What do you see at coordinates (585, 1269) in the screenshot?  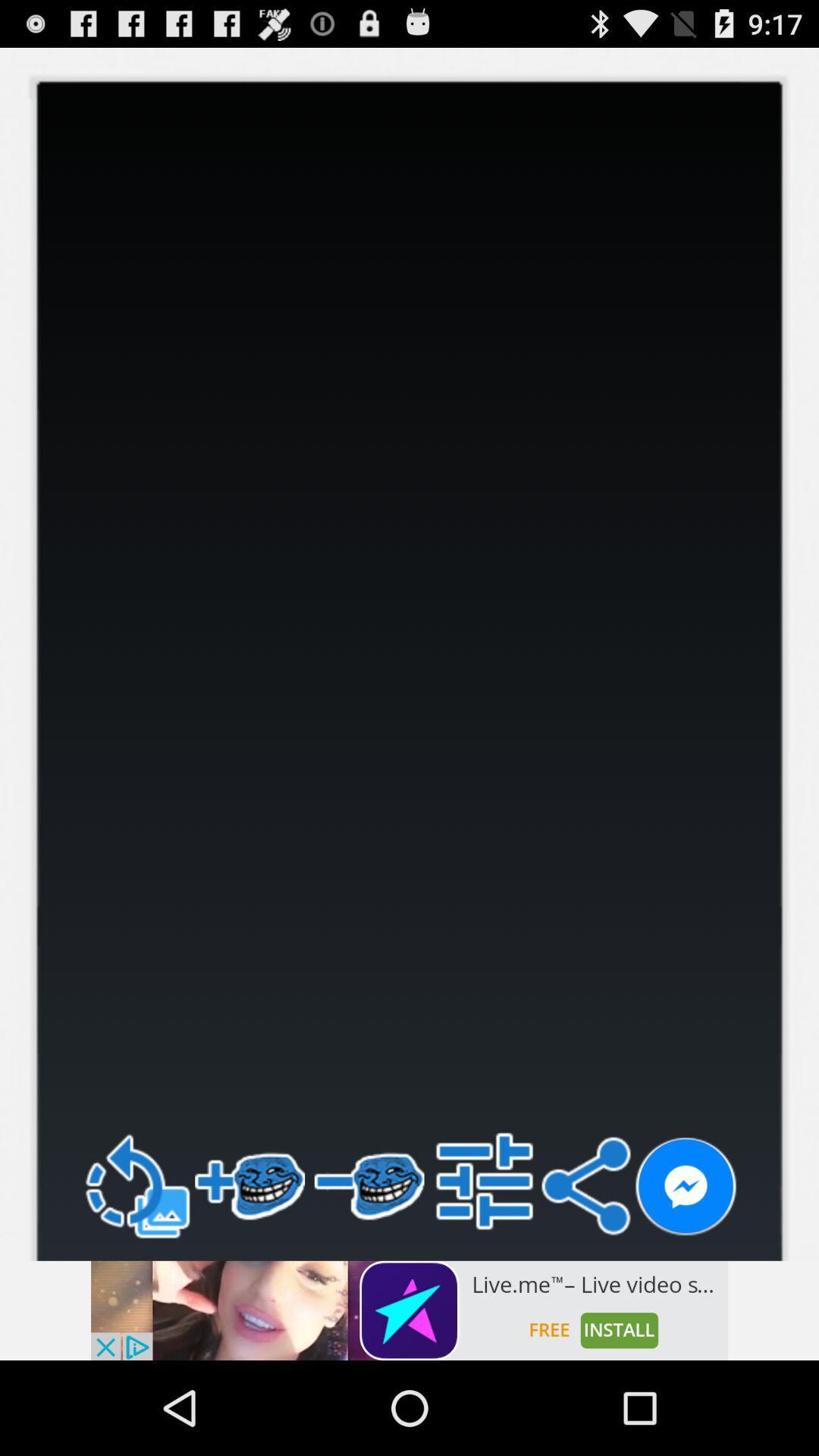 I see `the share icon` at bounding box center [585, 1269].